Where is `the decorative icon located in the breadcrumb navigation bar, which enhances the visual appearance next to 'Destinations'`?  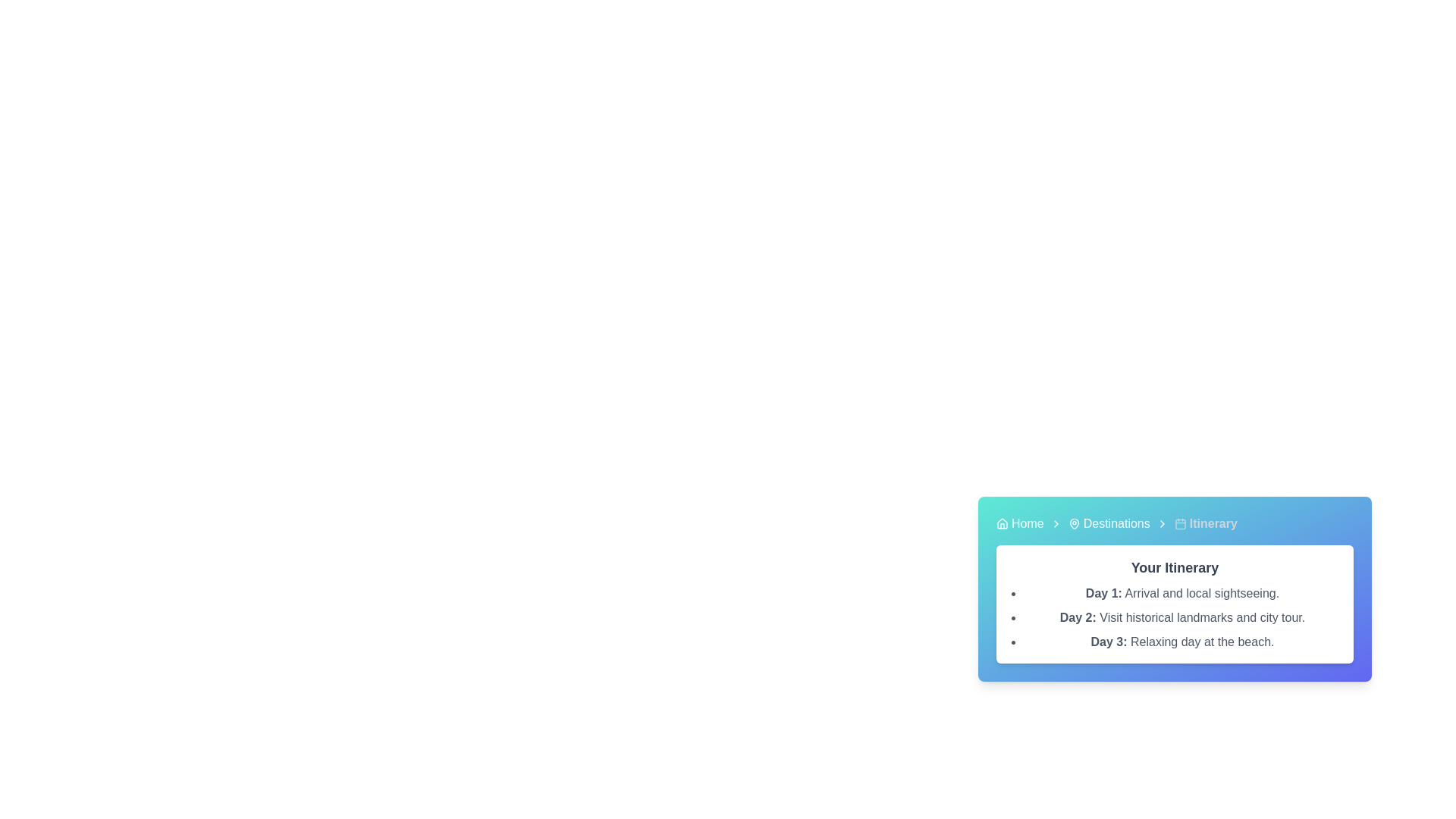 the decorative icon located in the breadcrumb navigation bar, which enhances the visual appearance next to 'Destinations' is located at coordinates (1073, 522).